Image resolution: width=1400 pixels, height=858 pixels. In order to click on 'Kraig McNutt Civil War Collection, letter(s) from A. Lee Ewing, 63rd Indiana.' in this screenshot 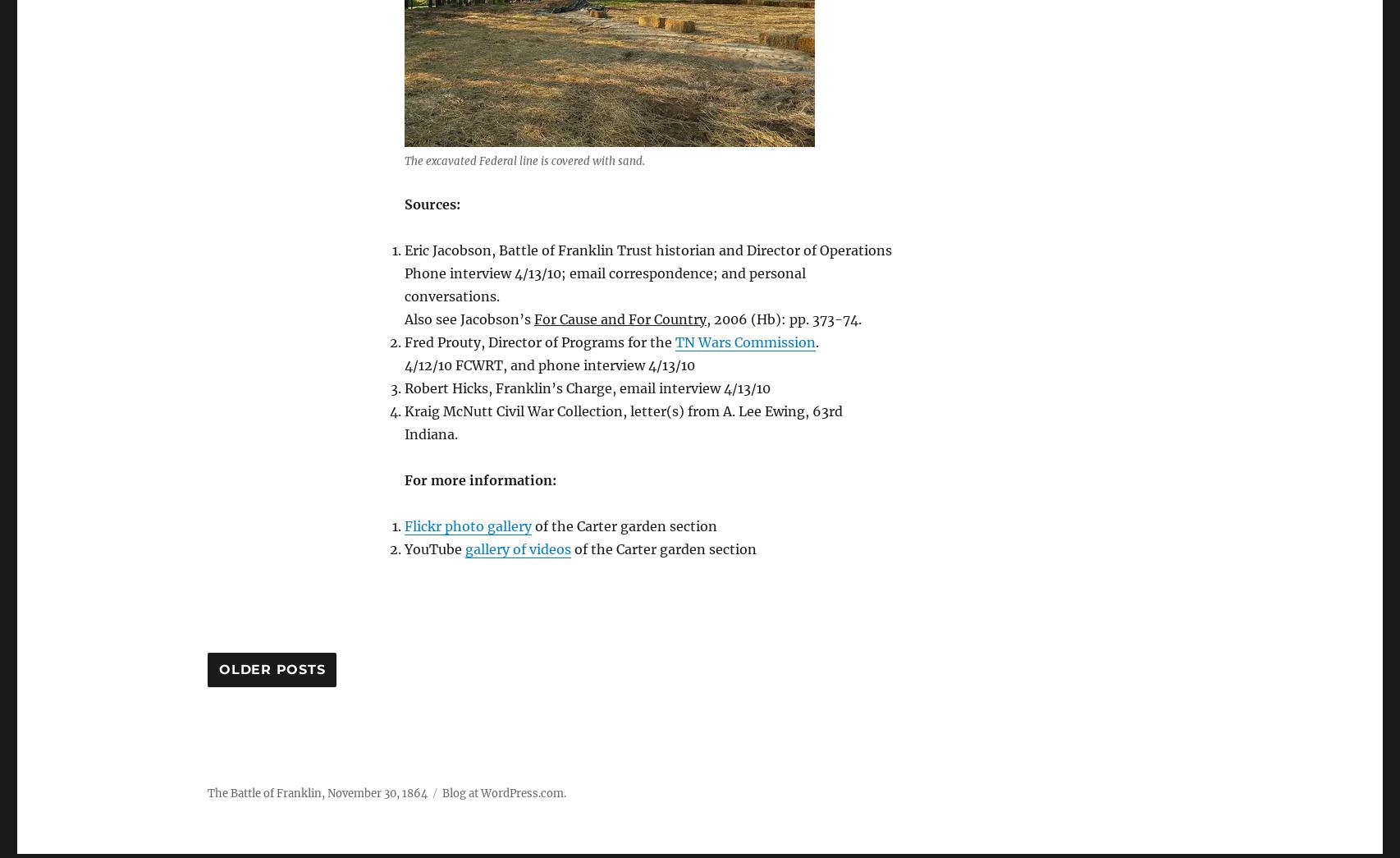, I will do `click(623, 421)`.